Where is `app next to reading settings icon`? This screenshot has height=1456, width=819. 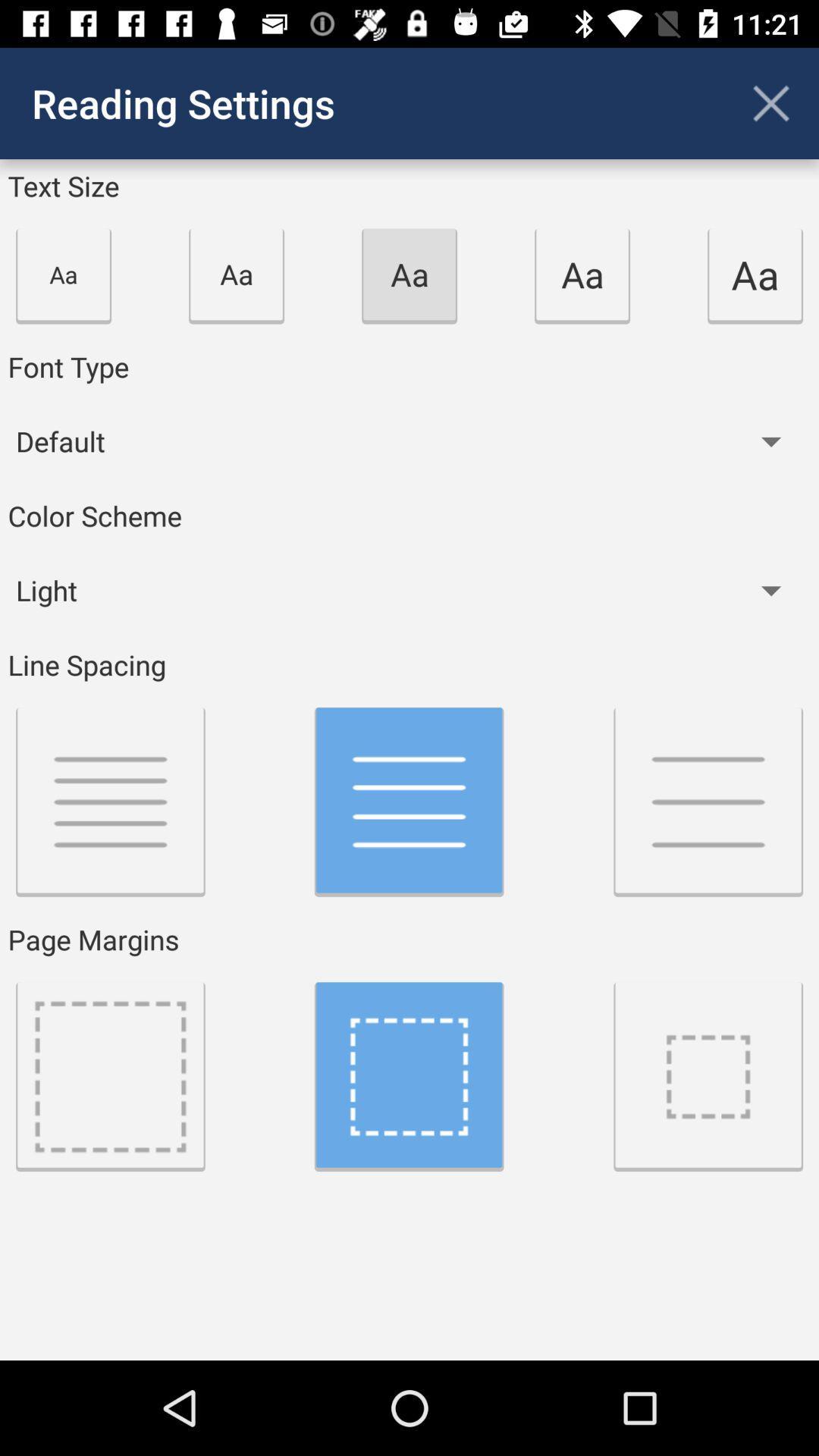
app next to reading settings icon is located at coordinates (771, 102).